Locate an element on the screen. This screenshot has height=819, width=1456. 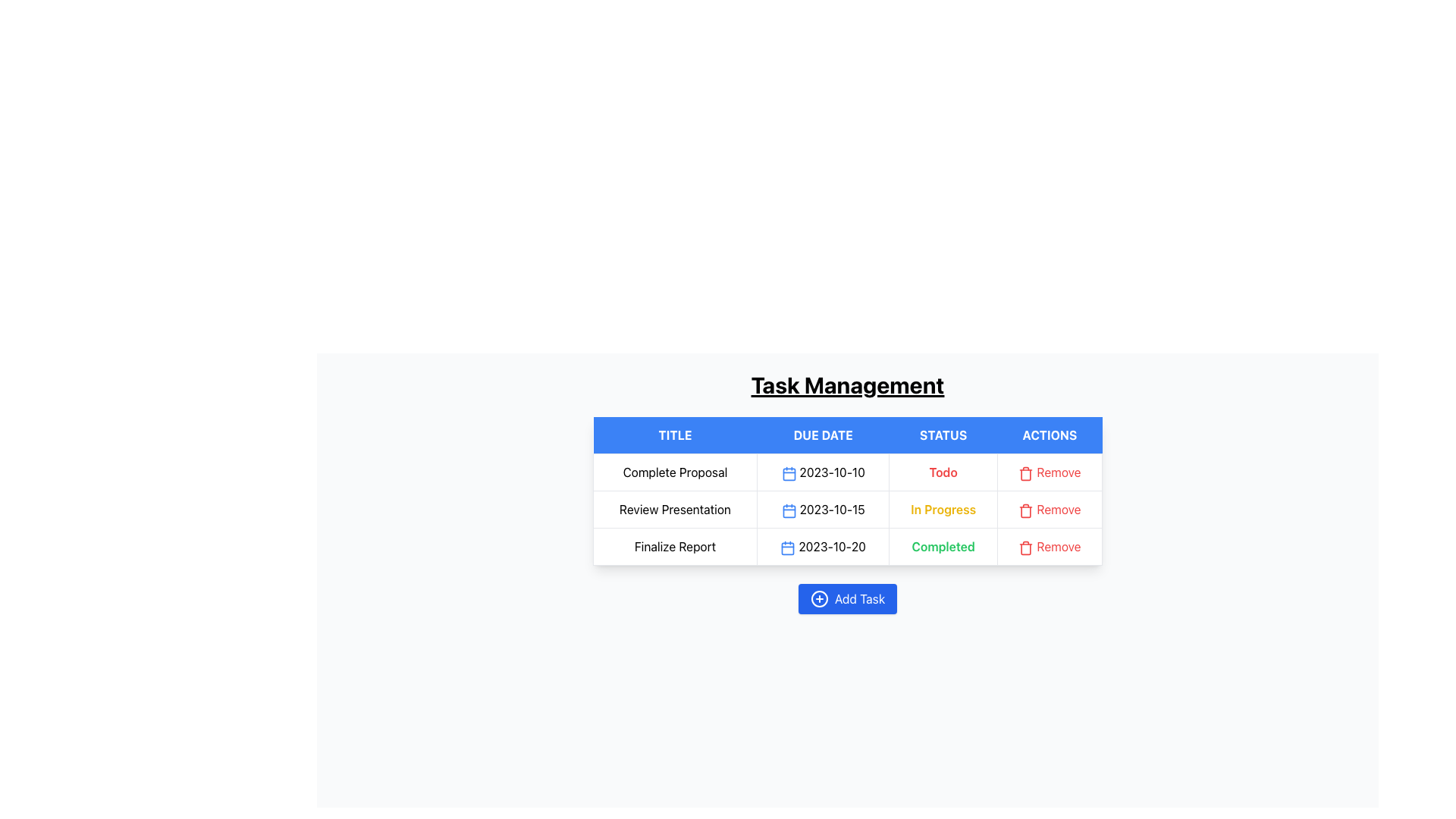
the 'DUE DATE' column header, which is the second header is located at coordinates (822, 435).